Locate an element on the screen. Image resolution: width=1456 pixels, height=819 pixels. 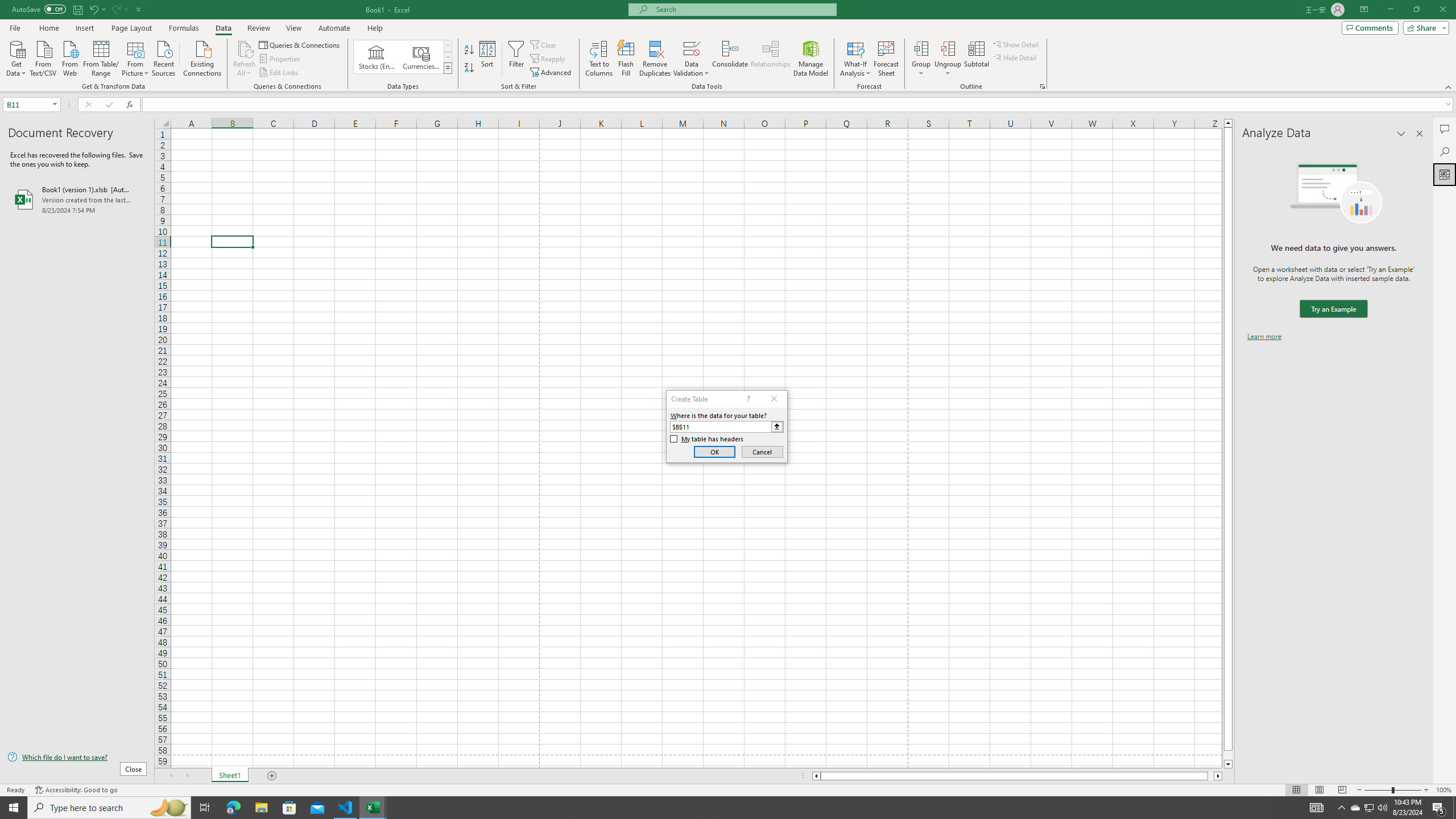
'Remove Duplicates' is located at coordinates (655, 59).